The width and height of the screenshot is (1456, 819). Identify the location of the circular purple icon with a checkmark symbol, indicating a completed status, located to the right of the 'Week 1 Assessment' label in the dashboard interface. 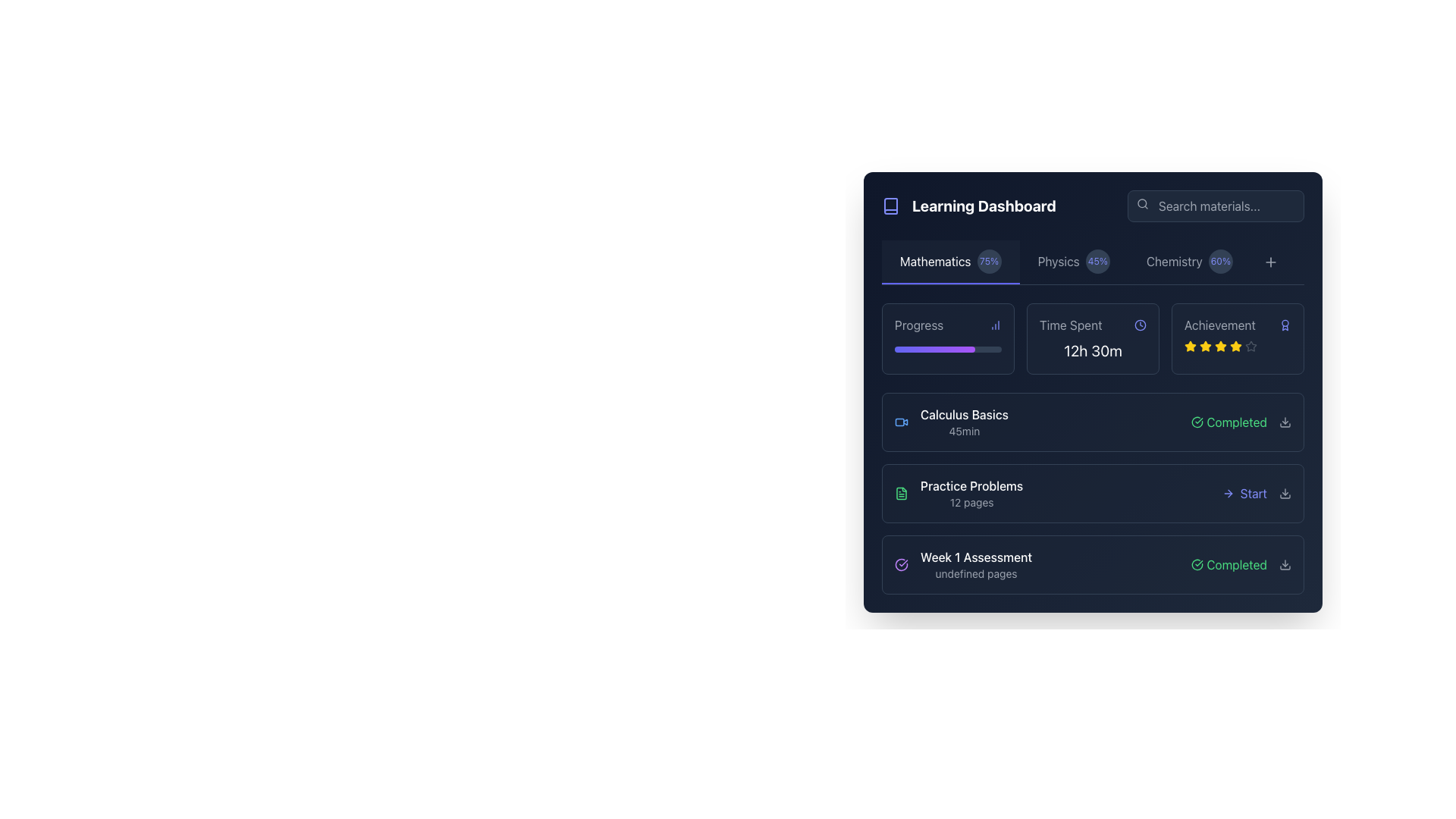
(902, 564).